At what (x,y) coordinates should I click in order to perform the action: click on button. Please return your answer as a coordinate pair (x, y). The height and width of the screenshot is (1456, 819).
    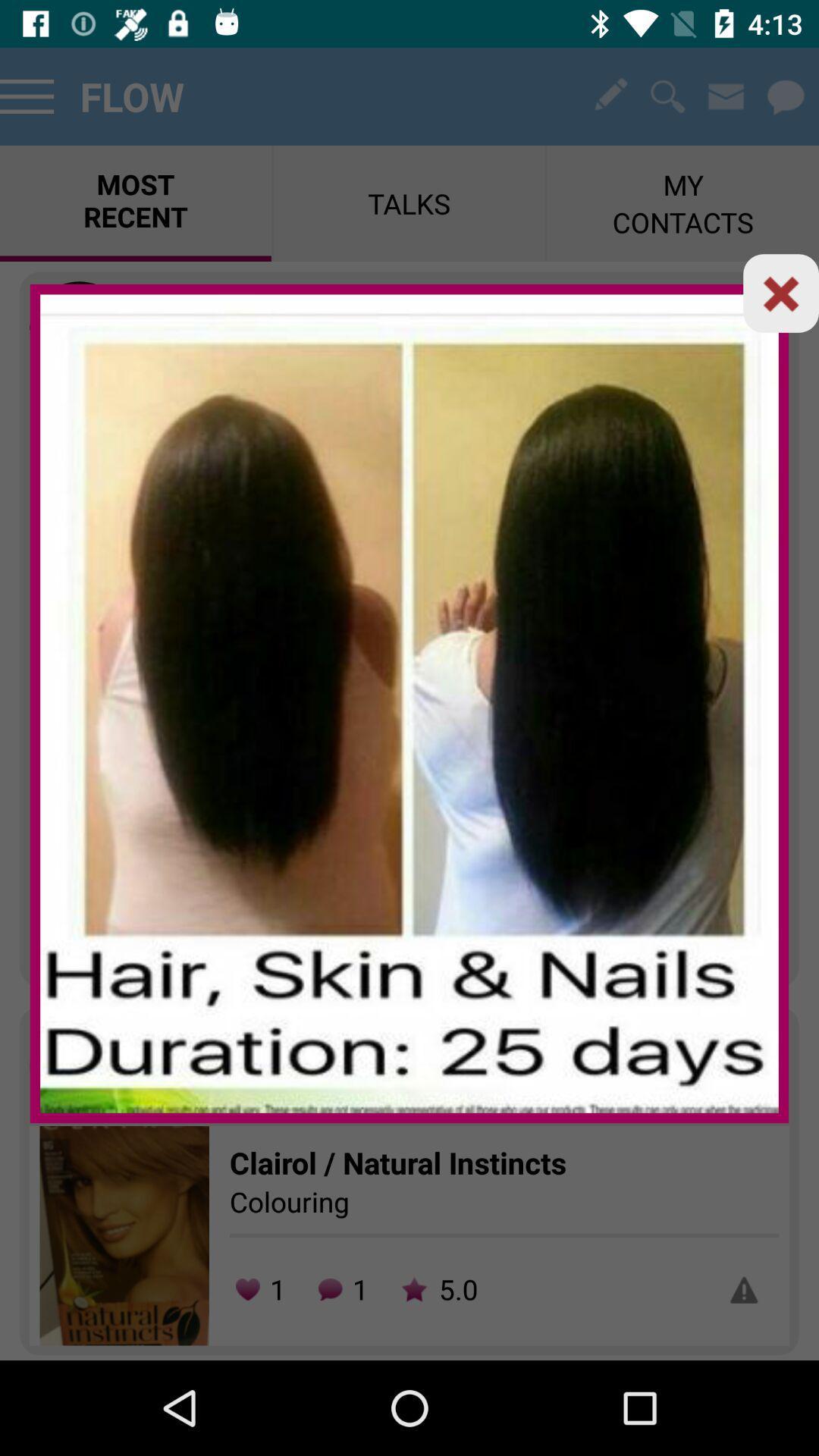
    Looking at the image, I should click on (781, 293).